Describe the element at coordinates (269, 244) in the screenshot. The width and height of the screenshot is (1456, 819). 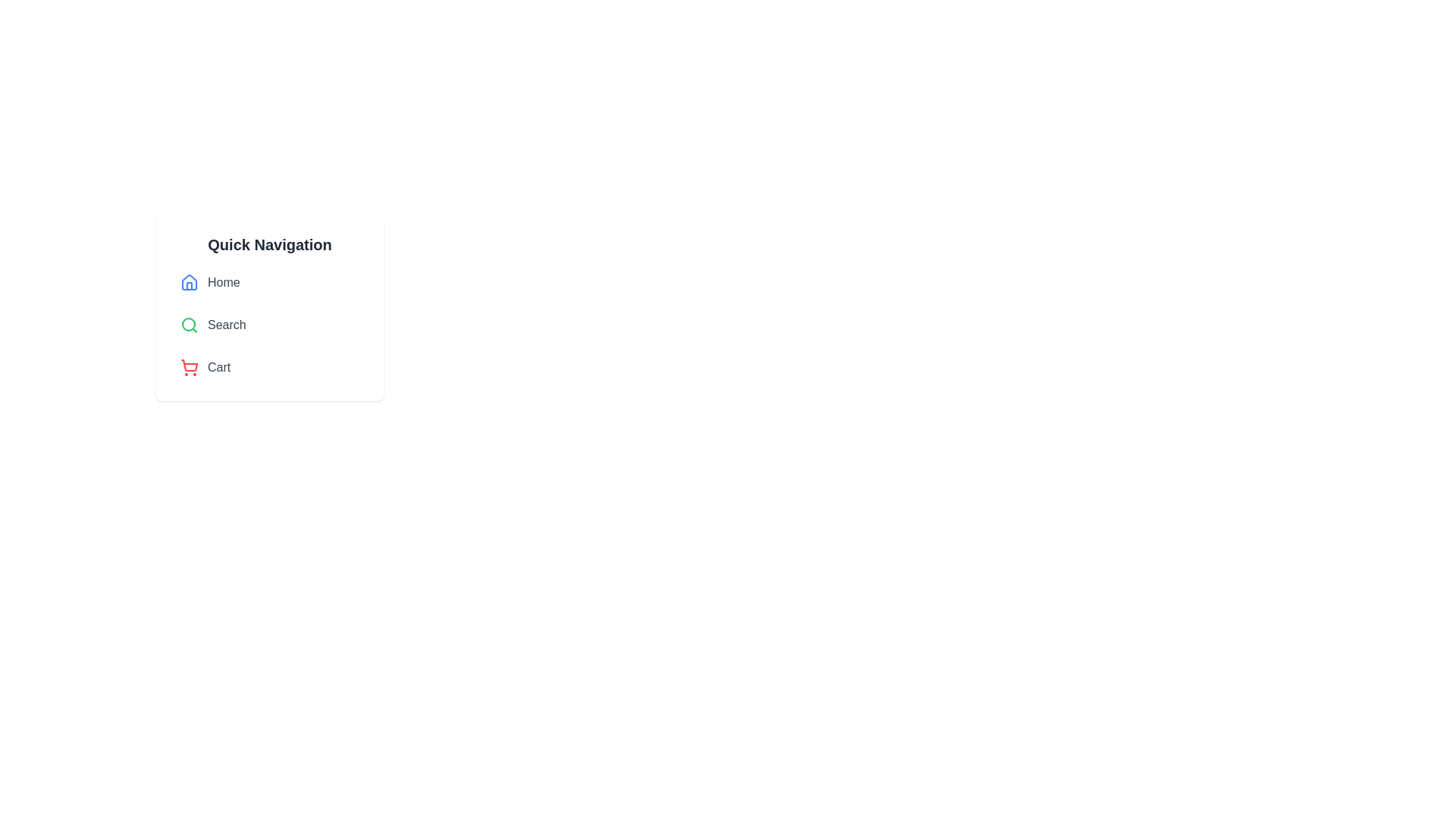
I see `the text label that serves as the heading for the navigation box, which is located at the top of the navigation links` at that location.